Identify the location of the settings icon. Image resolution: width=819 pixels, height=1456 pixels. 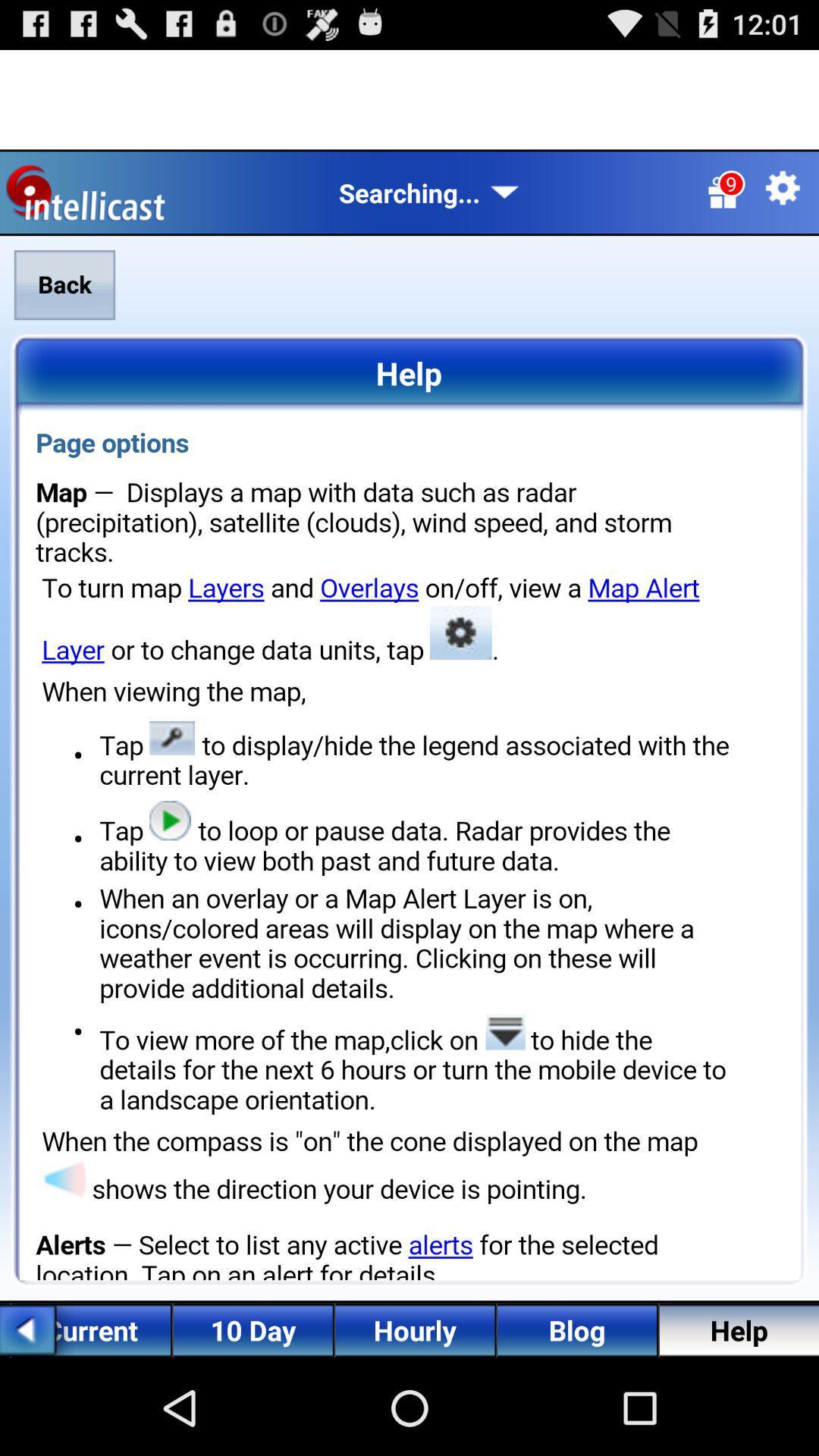
(783, 200).